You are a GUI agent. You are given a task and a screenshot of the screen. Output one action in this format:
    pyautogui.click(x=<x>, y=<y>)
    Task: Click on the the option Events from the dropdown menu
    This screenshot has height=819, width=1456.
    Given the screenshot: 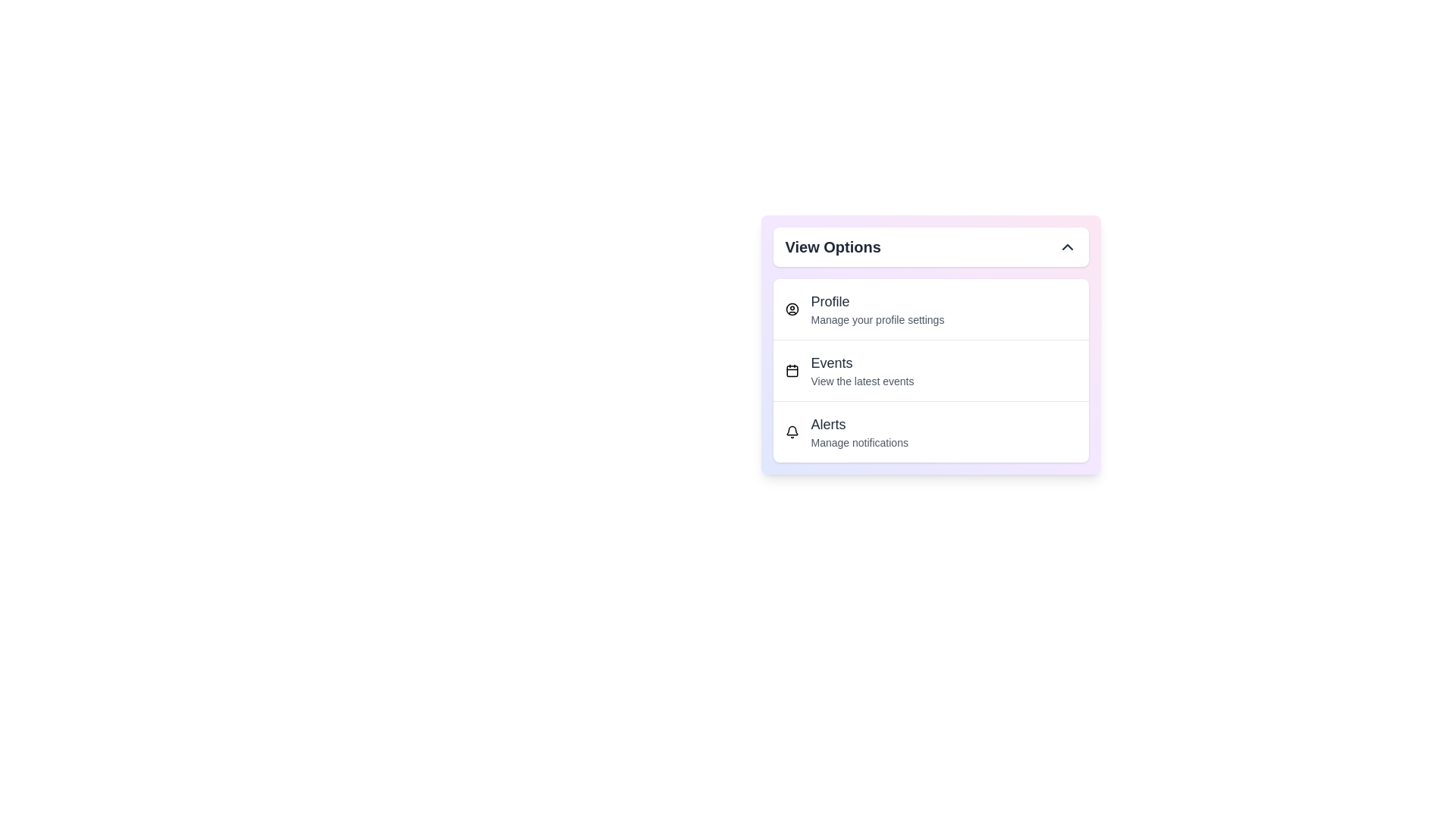 What is the action you would take?
    pyautogui.click(x=930, y=370)
    